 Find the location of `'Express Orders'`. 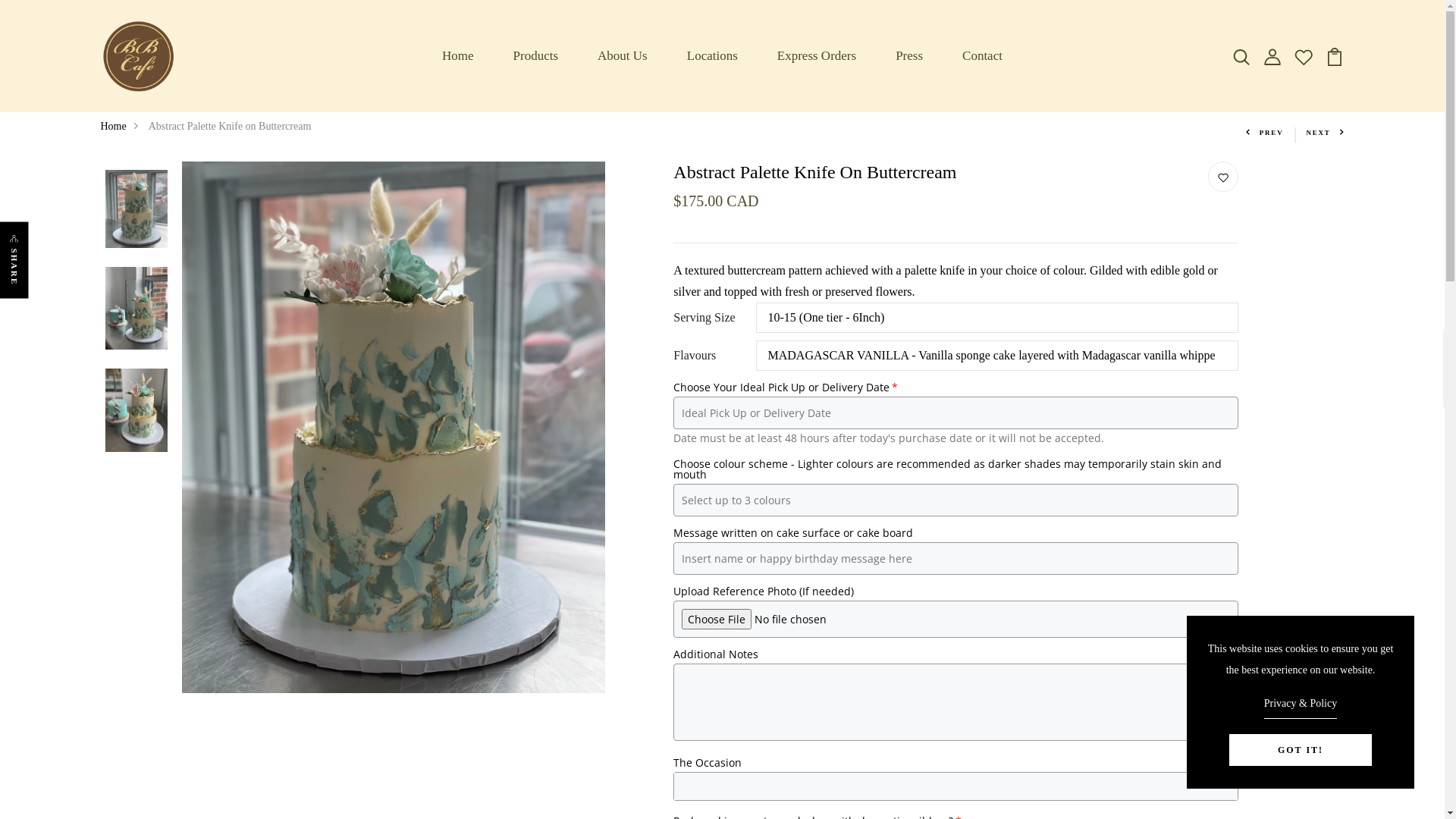

'Express Orders' is located at coordinates (815, 55).